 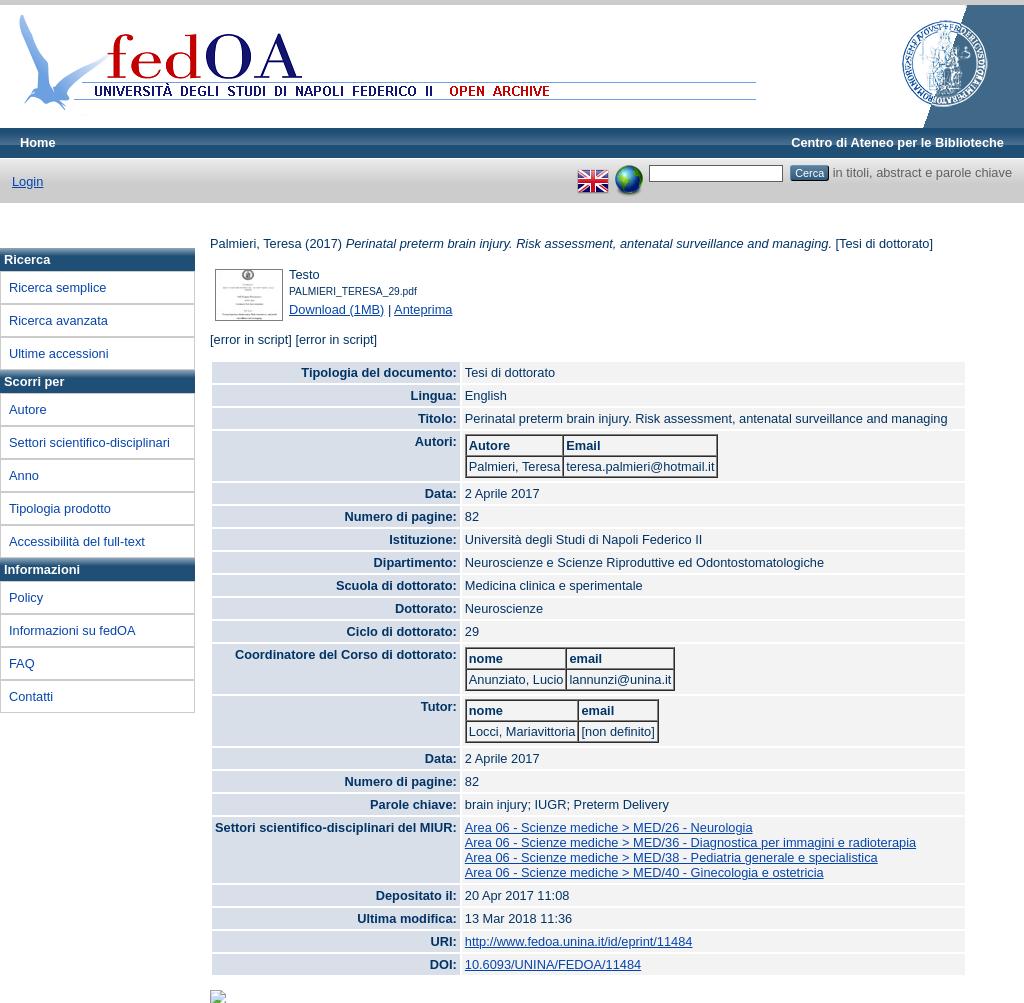 What do you see at coordinates (642, 872) in the screenshot?
I see `'Area 06 - Scienze mediche > MED/40 - Ginecologia e ostetricia'` at bounding box center [642, 872].